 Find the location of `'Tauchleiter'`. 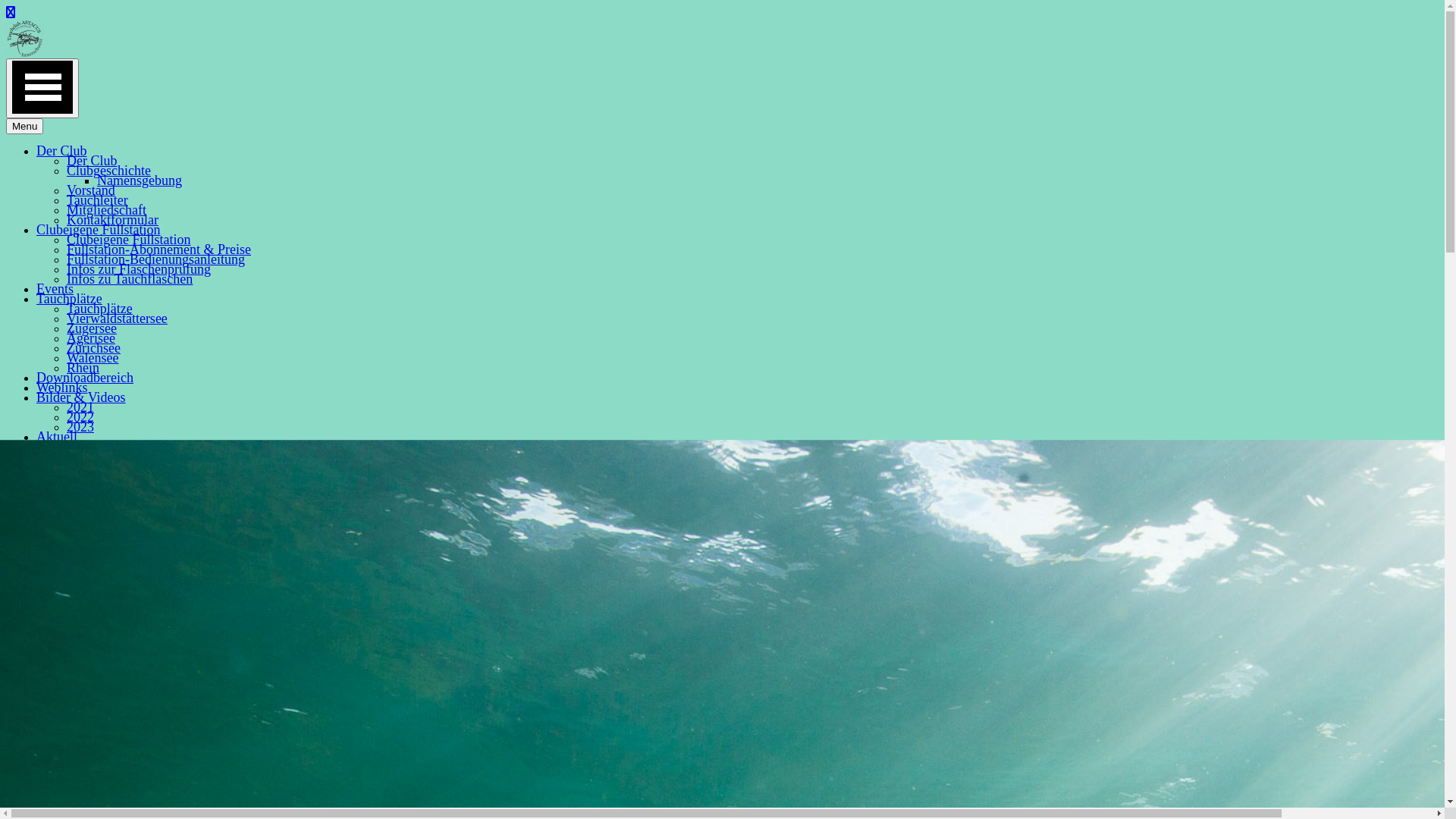

'Tauchleiter' is located at coordinates (96, 199).